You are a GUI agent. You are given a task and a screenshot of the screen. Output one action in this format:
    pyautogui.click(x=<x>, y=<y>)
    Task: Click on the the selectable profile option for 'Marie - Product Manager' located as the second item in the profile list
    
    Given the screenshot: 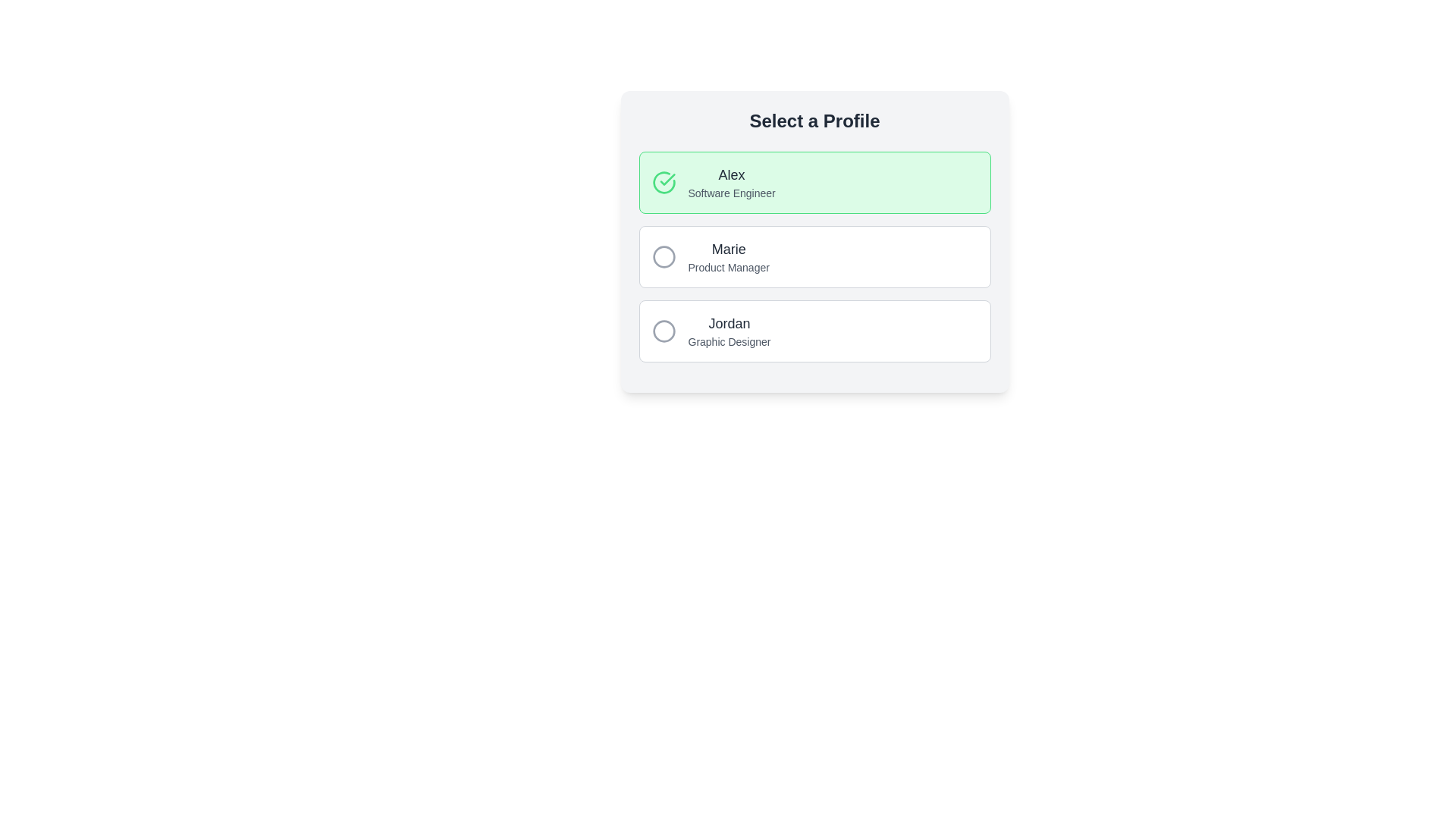 What is the action you would take?
    pyautogui.click(x=814, y=241)
    